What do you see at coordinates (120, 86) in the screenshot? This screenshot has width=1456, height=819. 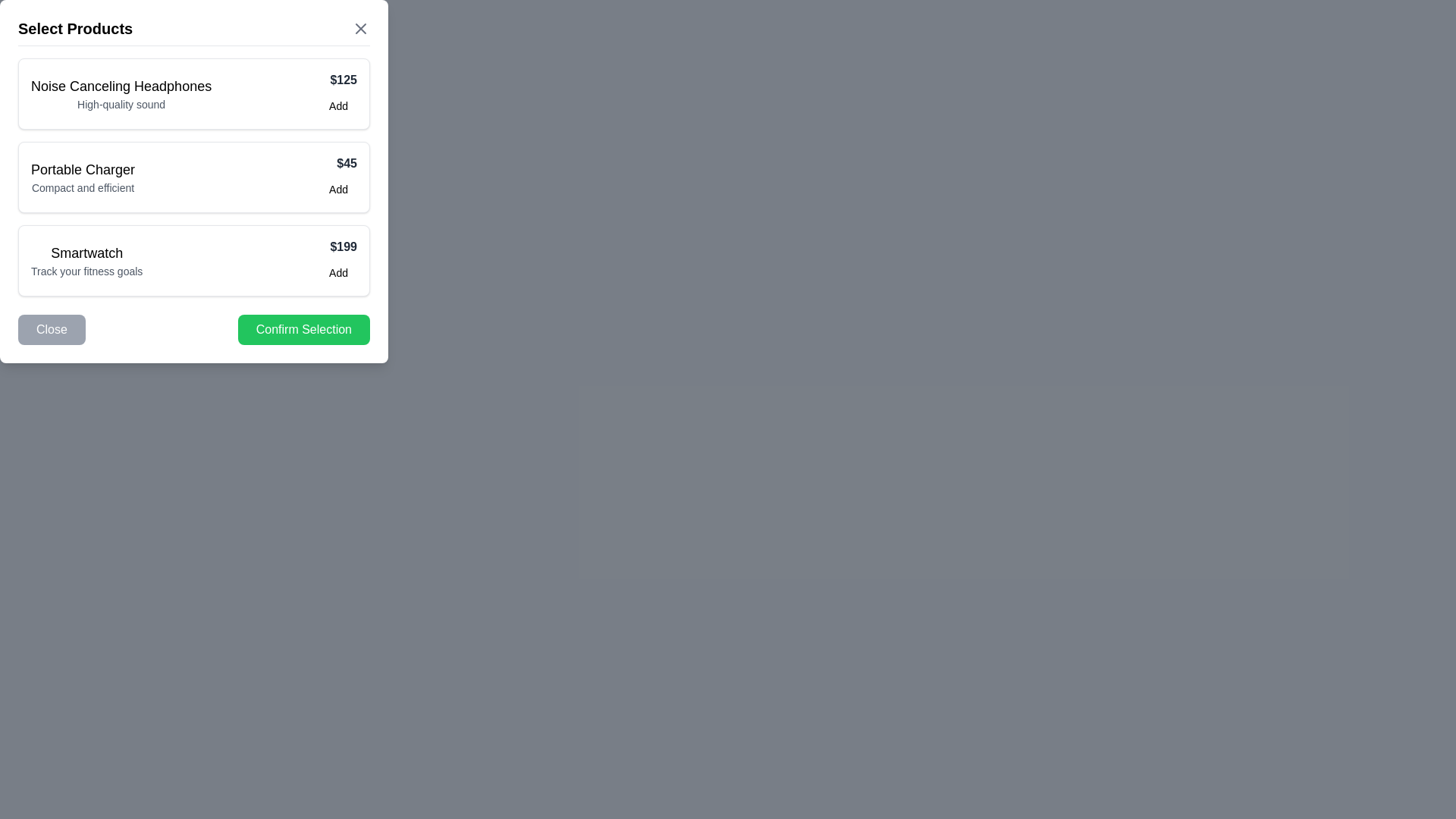 I see `the product name label 'Noise Canceling Headphones'` at bounding box center [120, 86].